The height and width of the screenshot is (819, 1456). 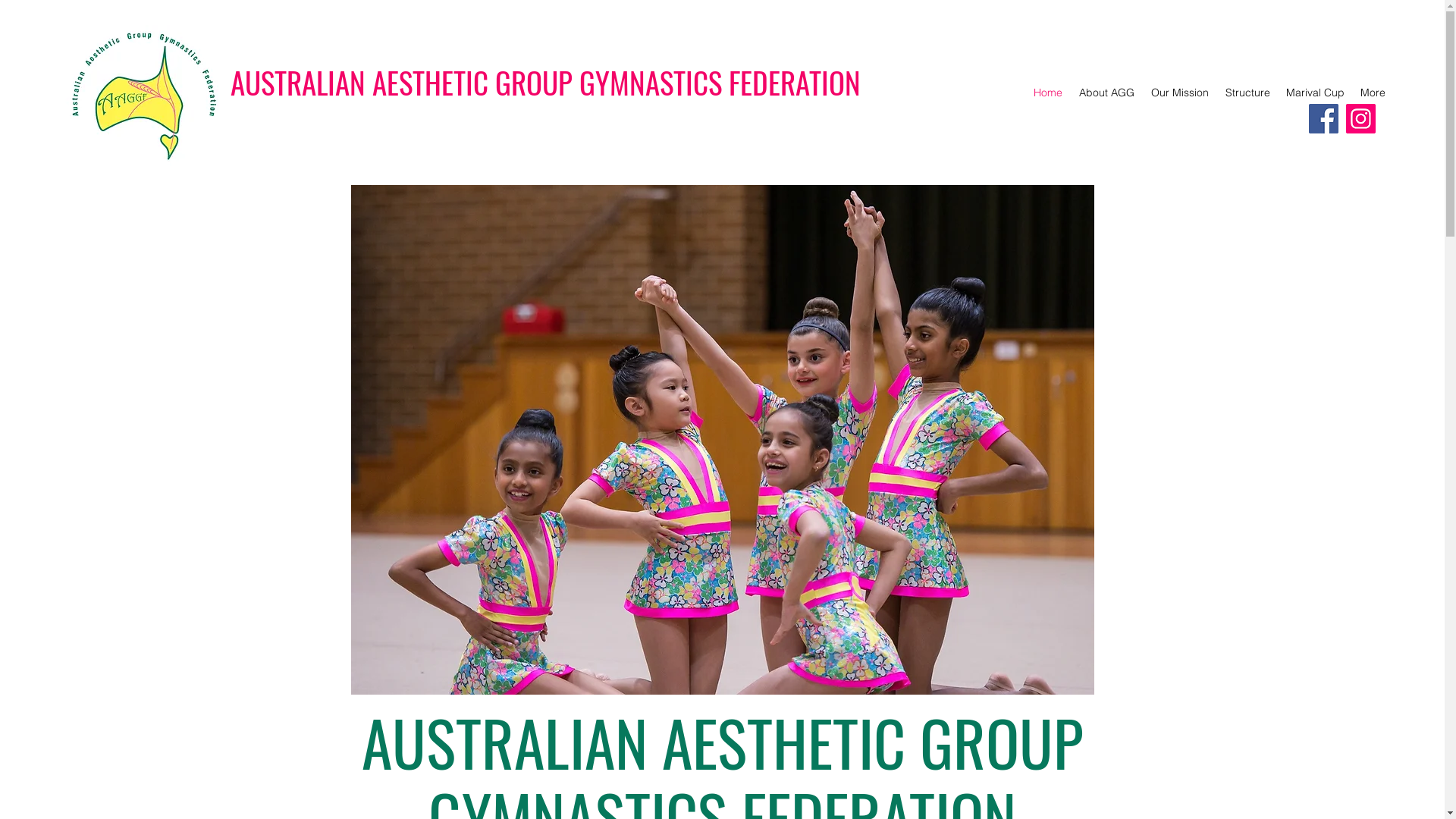 I want to click on 'Home', so click(x=1024, y=93).